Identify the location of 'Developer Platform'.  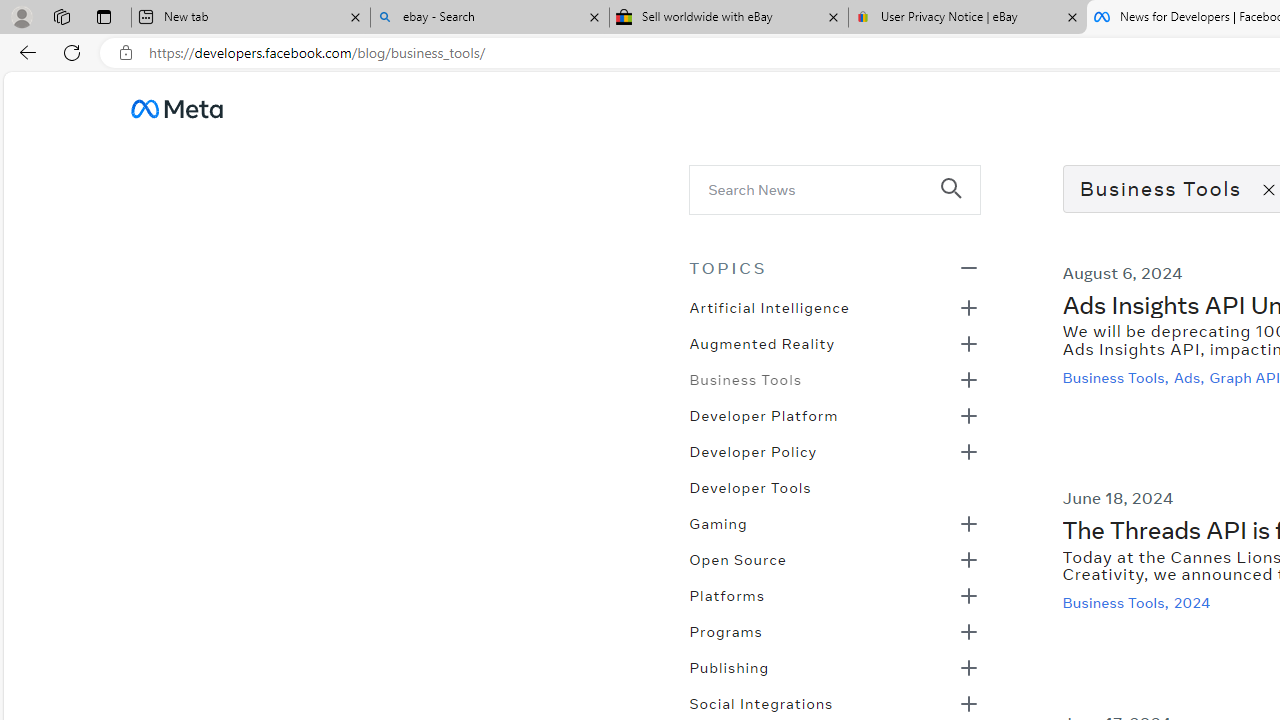
(762, 412).